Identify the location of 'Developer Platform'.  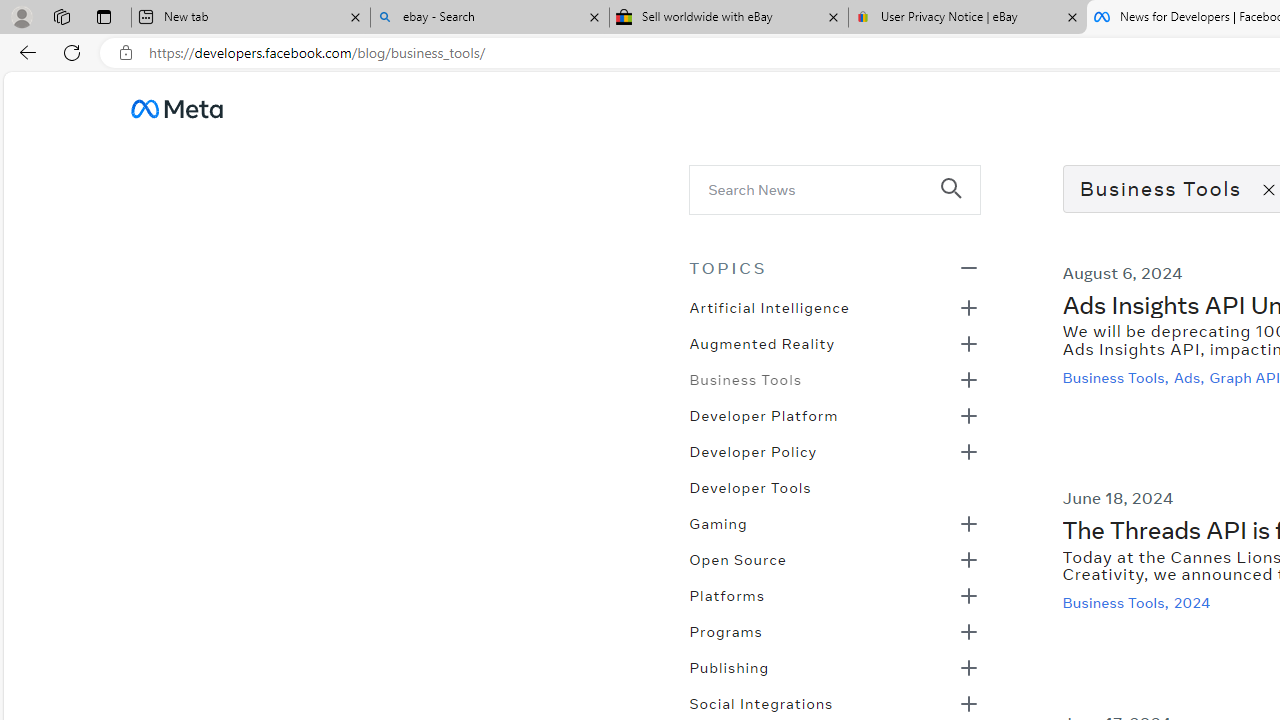
(762, 412).